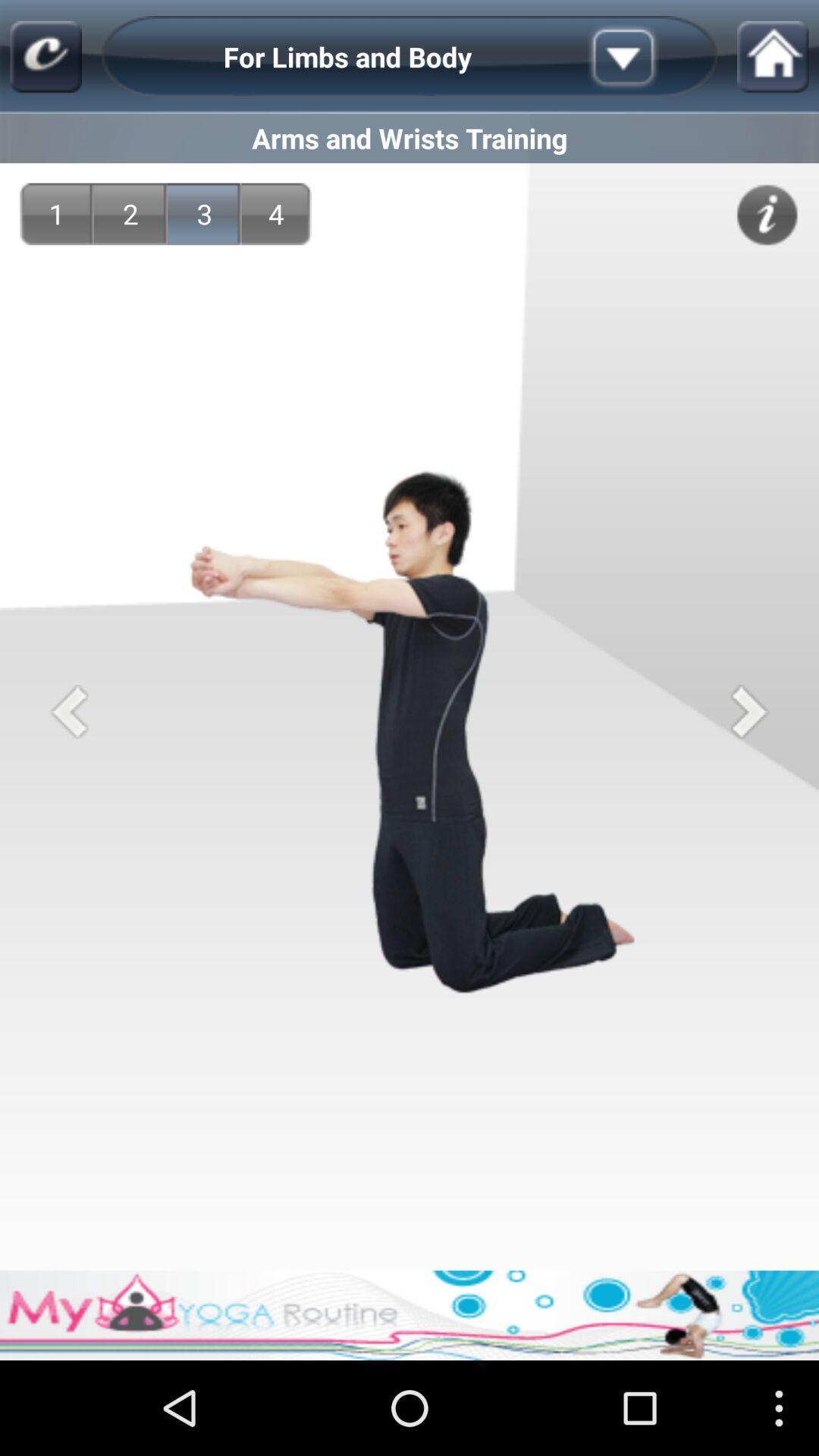 The height and width of the screenshot is (1456, 819). I want to click on item next to 3 app, so click(276, 213).